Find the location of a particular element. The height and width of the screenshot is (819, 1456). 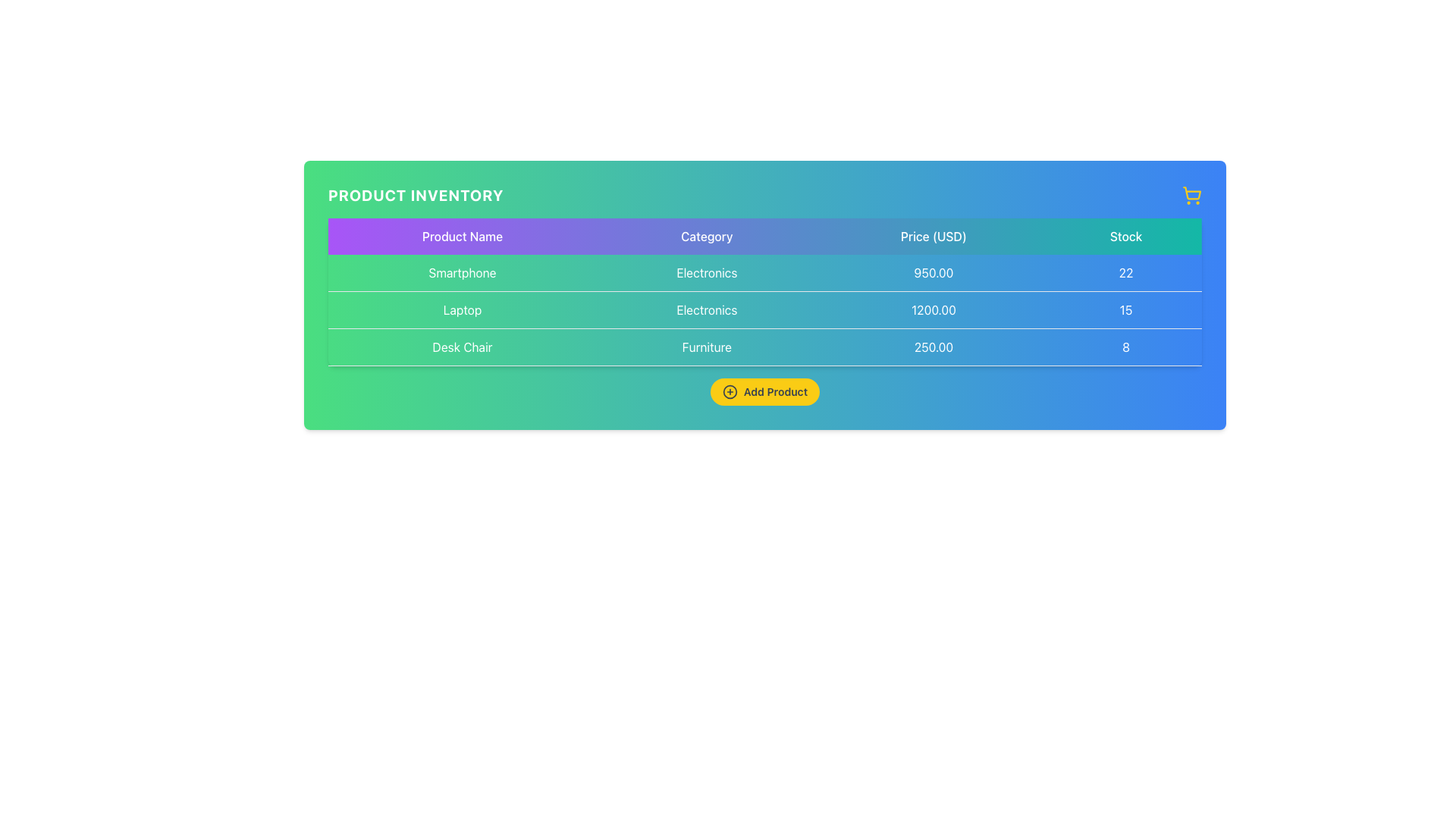

the 'Product Name' column header text element located in the first position of the table header under 'PRODUCT INVENTORY' is located at coordinates (461, 237).